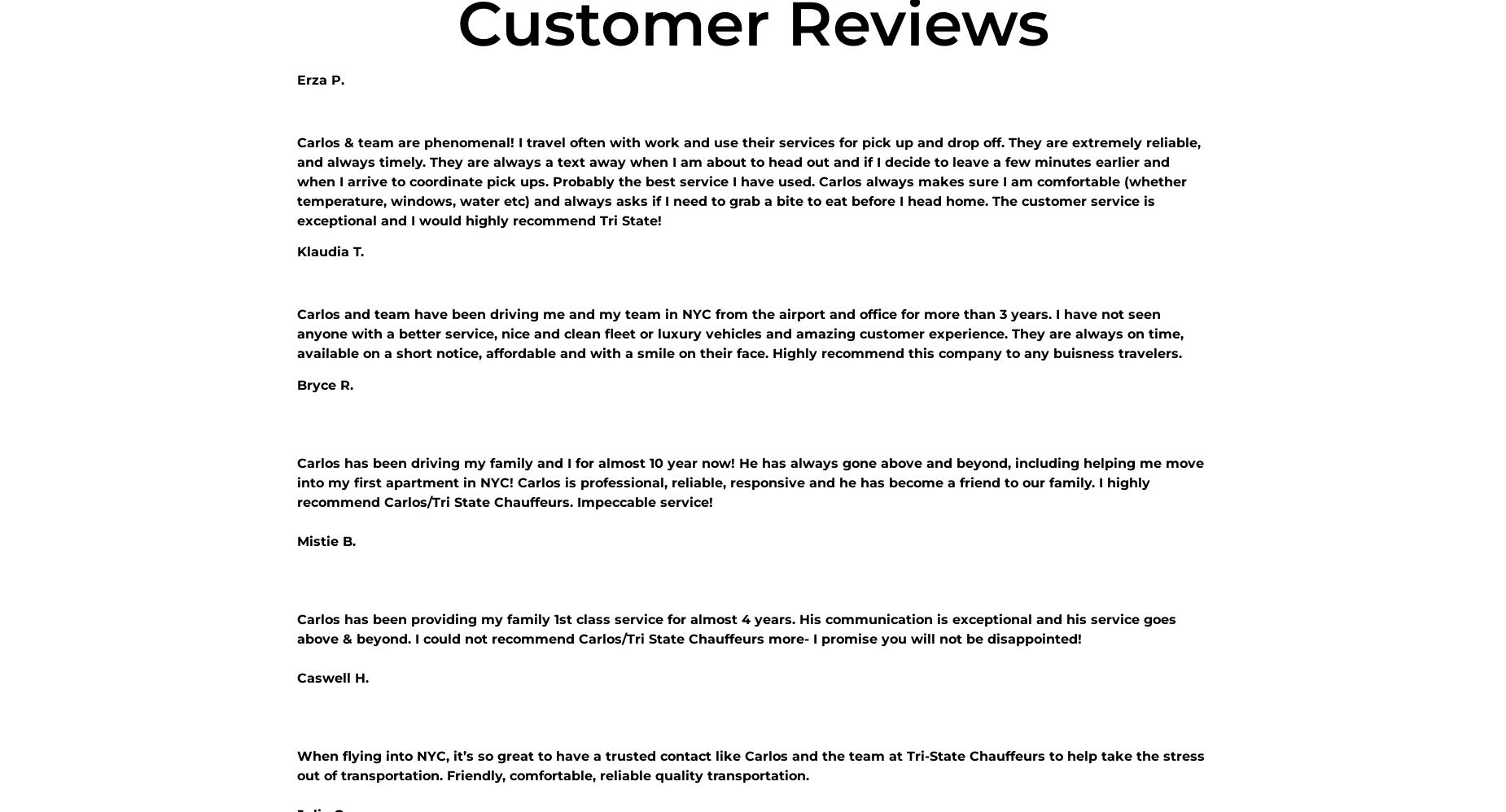 This screenshot has width=1506, height=812. What do you see at coordinates (332, 677) in the screenshot?
I see `'Caswell H.'` at bounding box center [332, 677].